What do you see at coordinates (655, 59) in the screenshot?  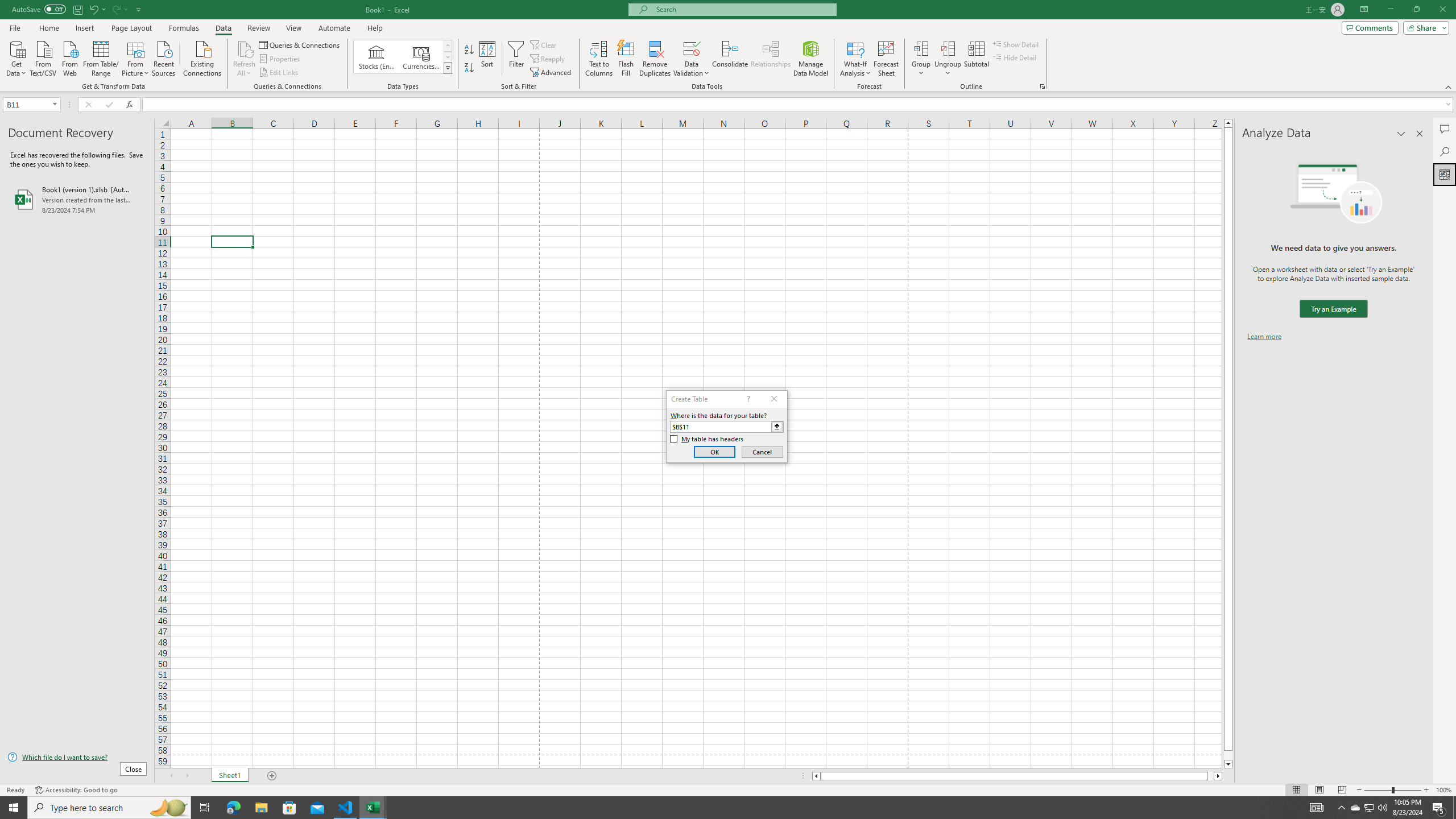 I see `'Remove Duplicates'` at bounding box center [655, 59].